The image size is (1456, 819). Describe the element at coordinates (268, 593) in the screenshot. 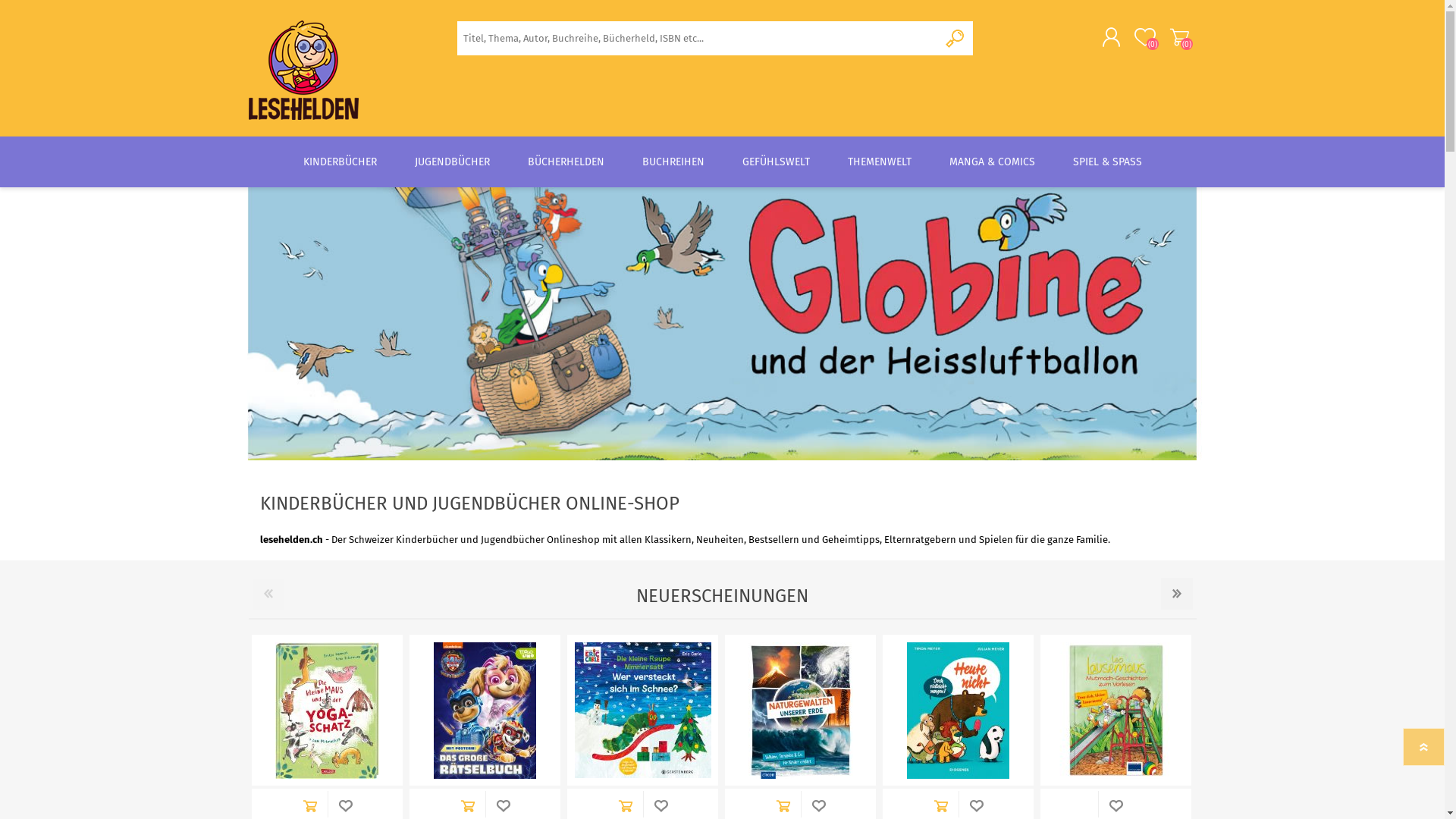

I see `'Previous'` at that location.